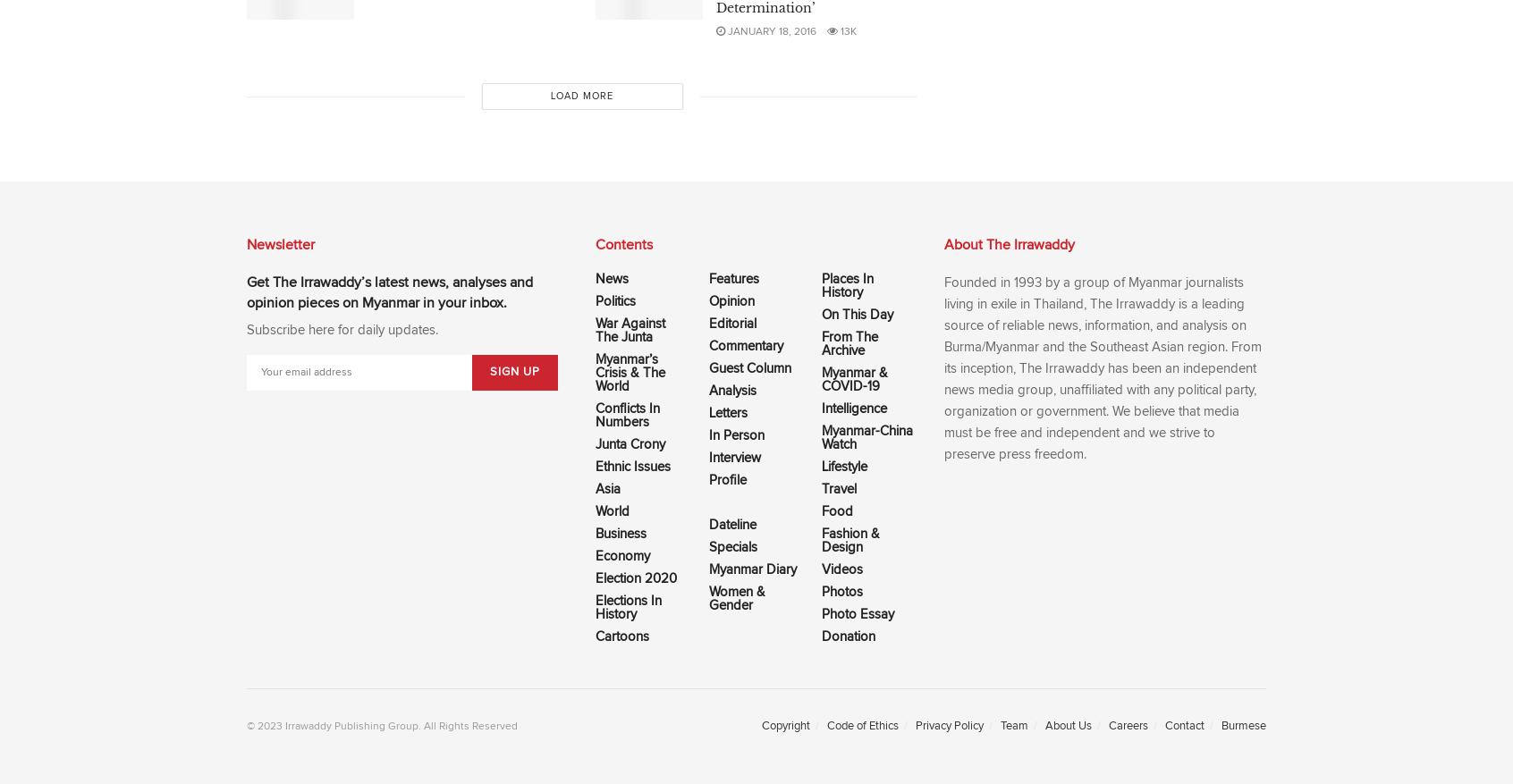 Image resolution: width=1513 pixels, height=784 pixels. Describe the element at coordinates (1103, 367) in the screenshot. I see `'Founded in 1993 by a group of Myanmar journalists living in exile in Thailand, The Irrawaddy is a leading source of reliable news, information, and analysis on Burma/Myanmar and the Southeast Asian region. From its inception, The Irrawaddy has been an independent news media group, unaffiliated with any political party, organization or government. We believe that media must be free and independent and we strive to preserve press freedom.'` at that location.